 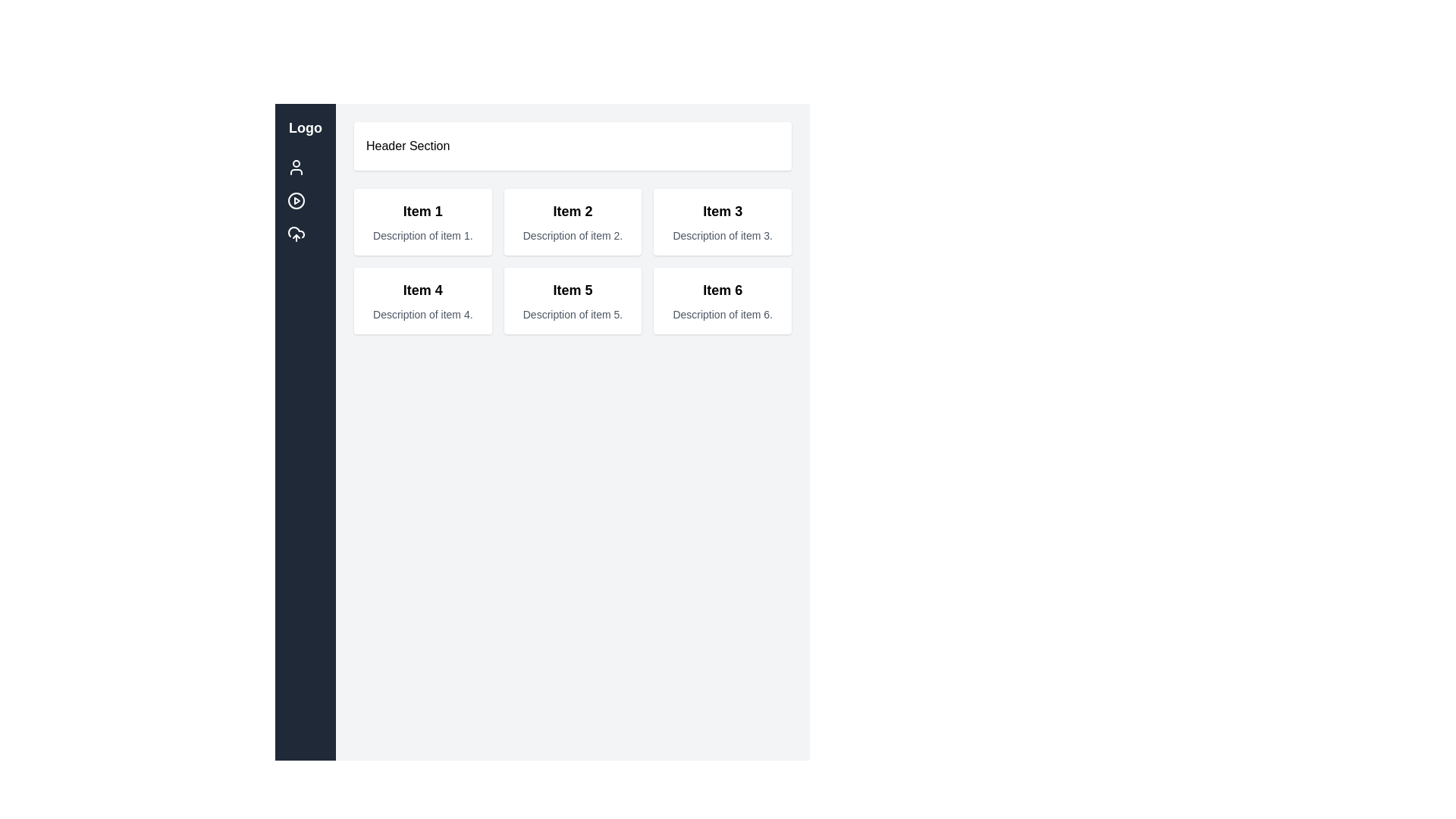 What do you see at coordinates (296, 234) in the screenshot?
I see `the cloud-shaped icon with an upward arrow in the sidebar` at bounding box center [296, 234].